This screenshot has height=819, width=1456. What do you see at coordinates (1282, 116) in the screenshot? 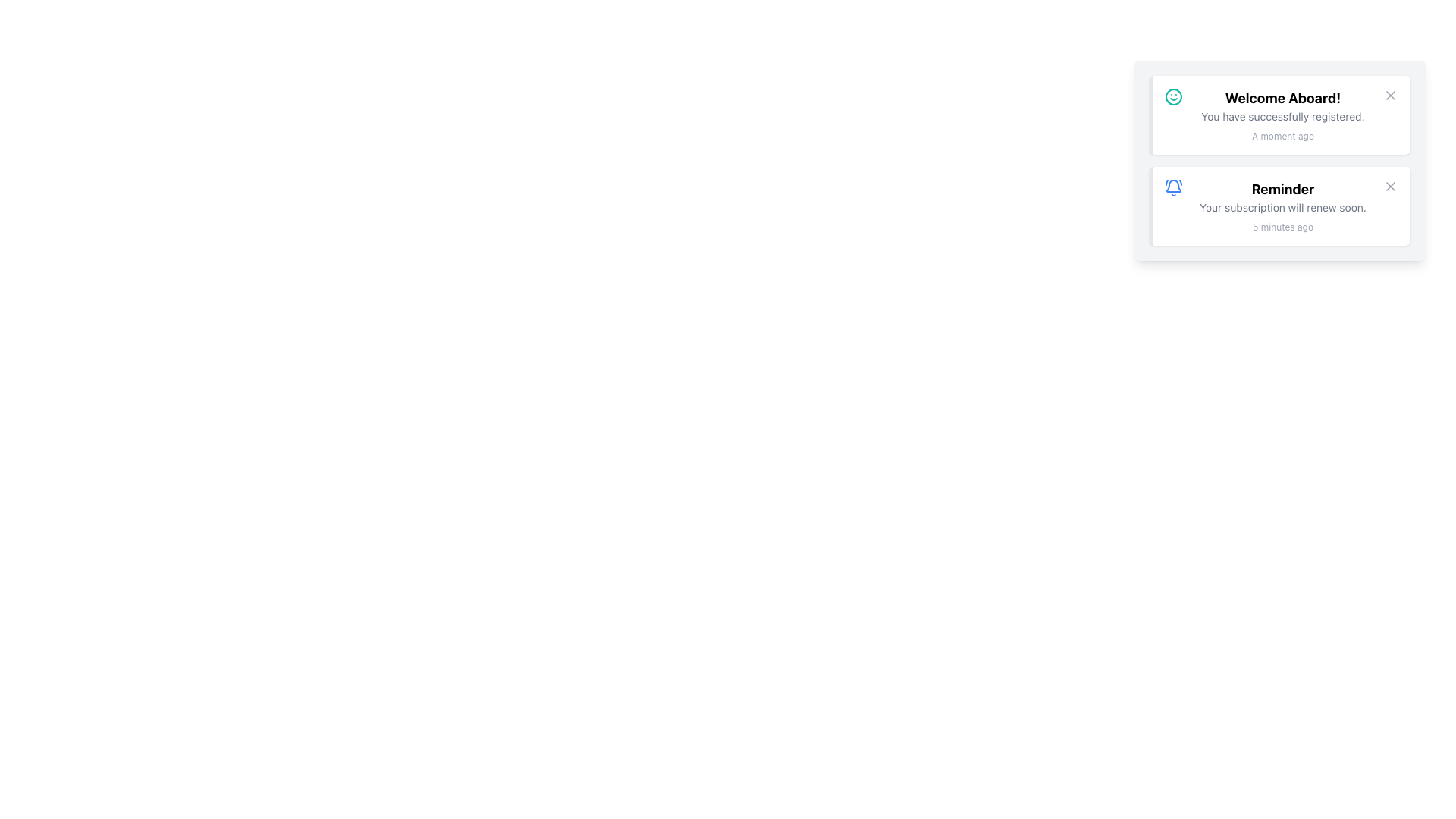
I see `text from the Text Label that indicates the user's registration attempt has been successful, positioned below 'Welcome Aboard!' and above the timestamp in the notification card` at bounding box center [1282, 116].